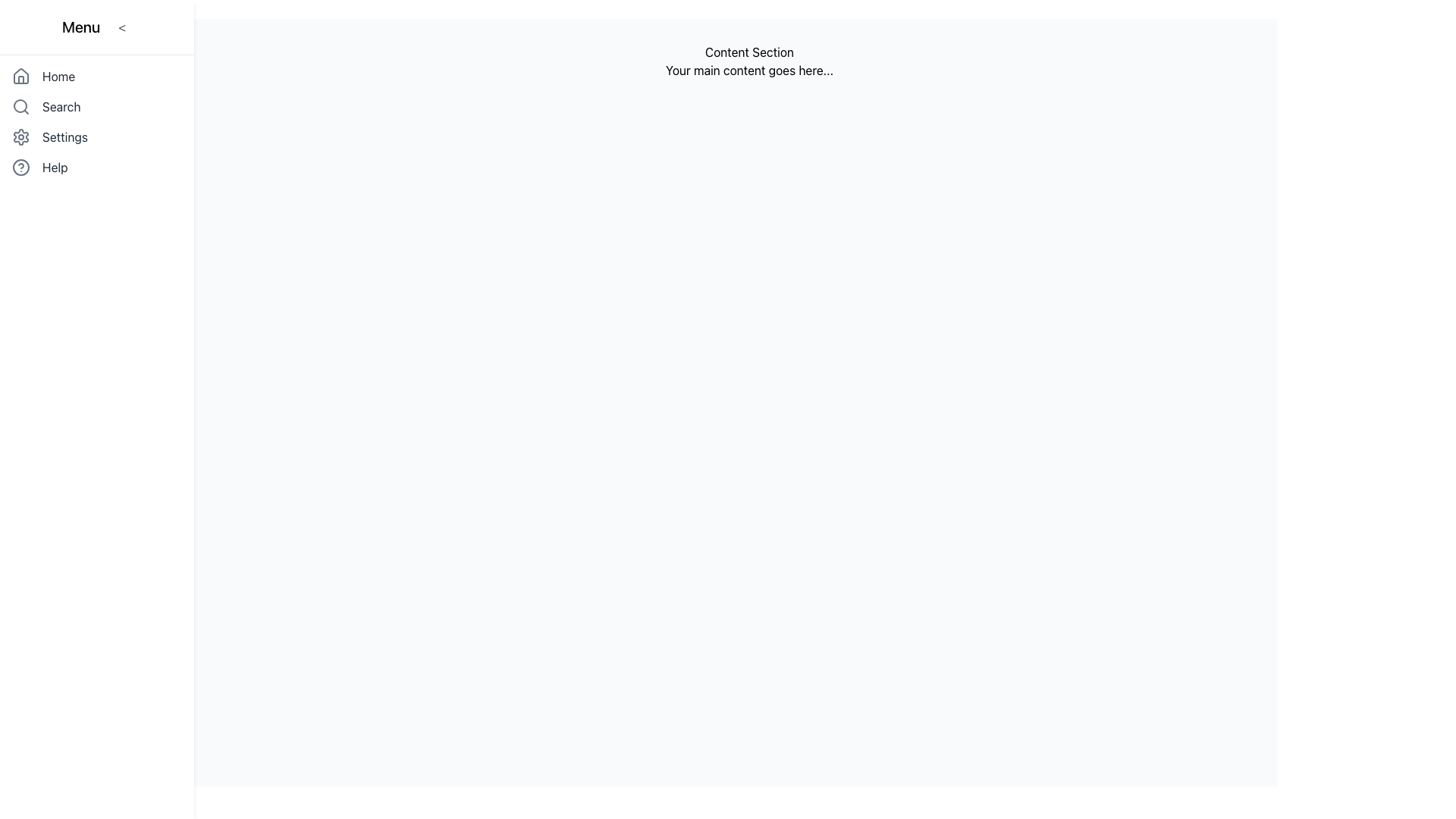 The height and width of the screenshot is (819, 1456). What do you see at coordinates (61, 106) in the screenshot?
I see `the 'Search' label in the left navigation panel, which displays the word 'Search' in bold black color and is positioned between 'Home' and 'Settings'` at bounding box center [61, 106].